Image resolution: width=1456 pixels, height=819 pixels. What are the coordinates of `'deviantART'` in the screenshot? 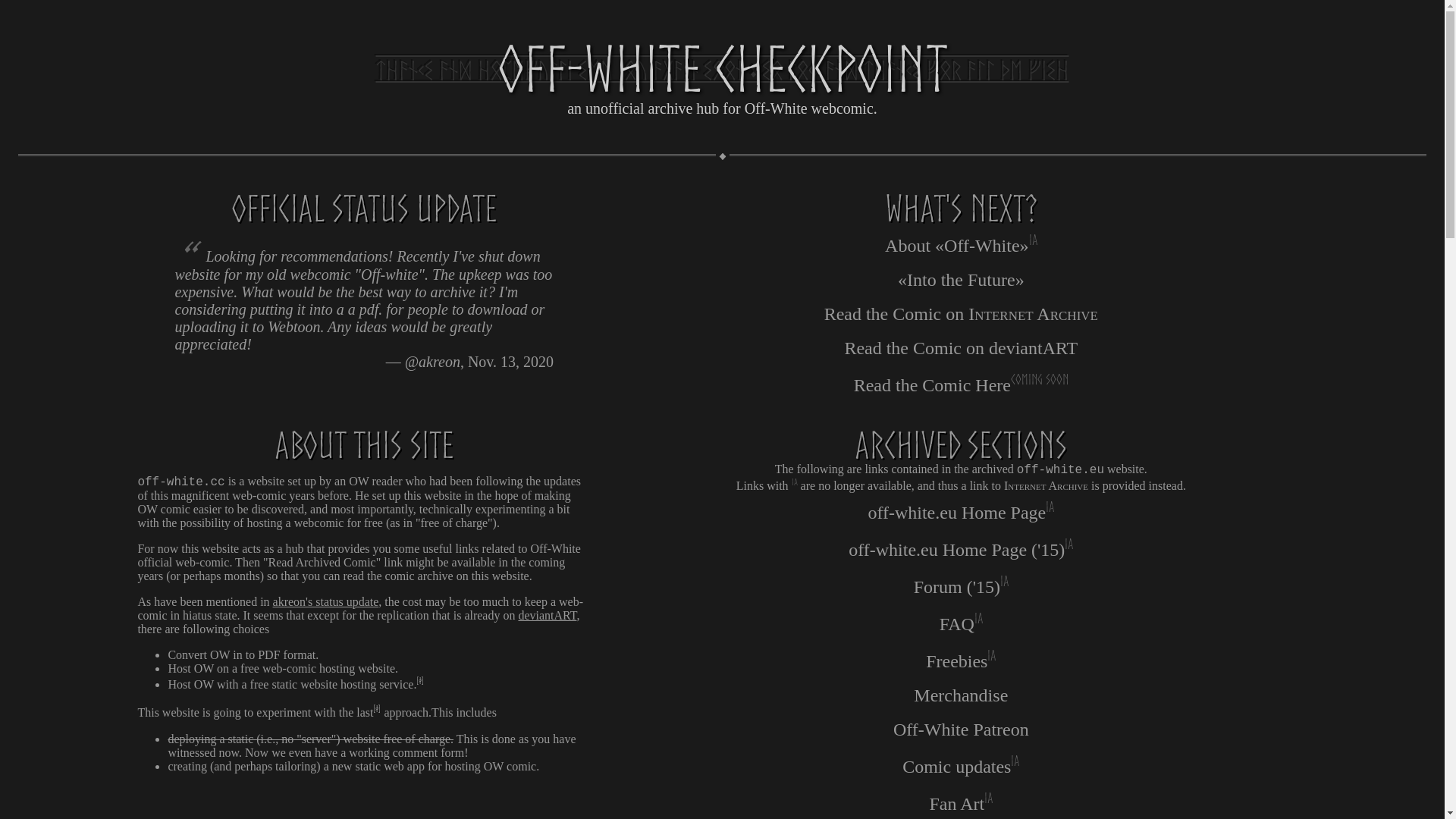 It's located at (546, 615).